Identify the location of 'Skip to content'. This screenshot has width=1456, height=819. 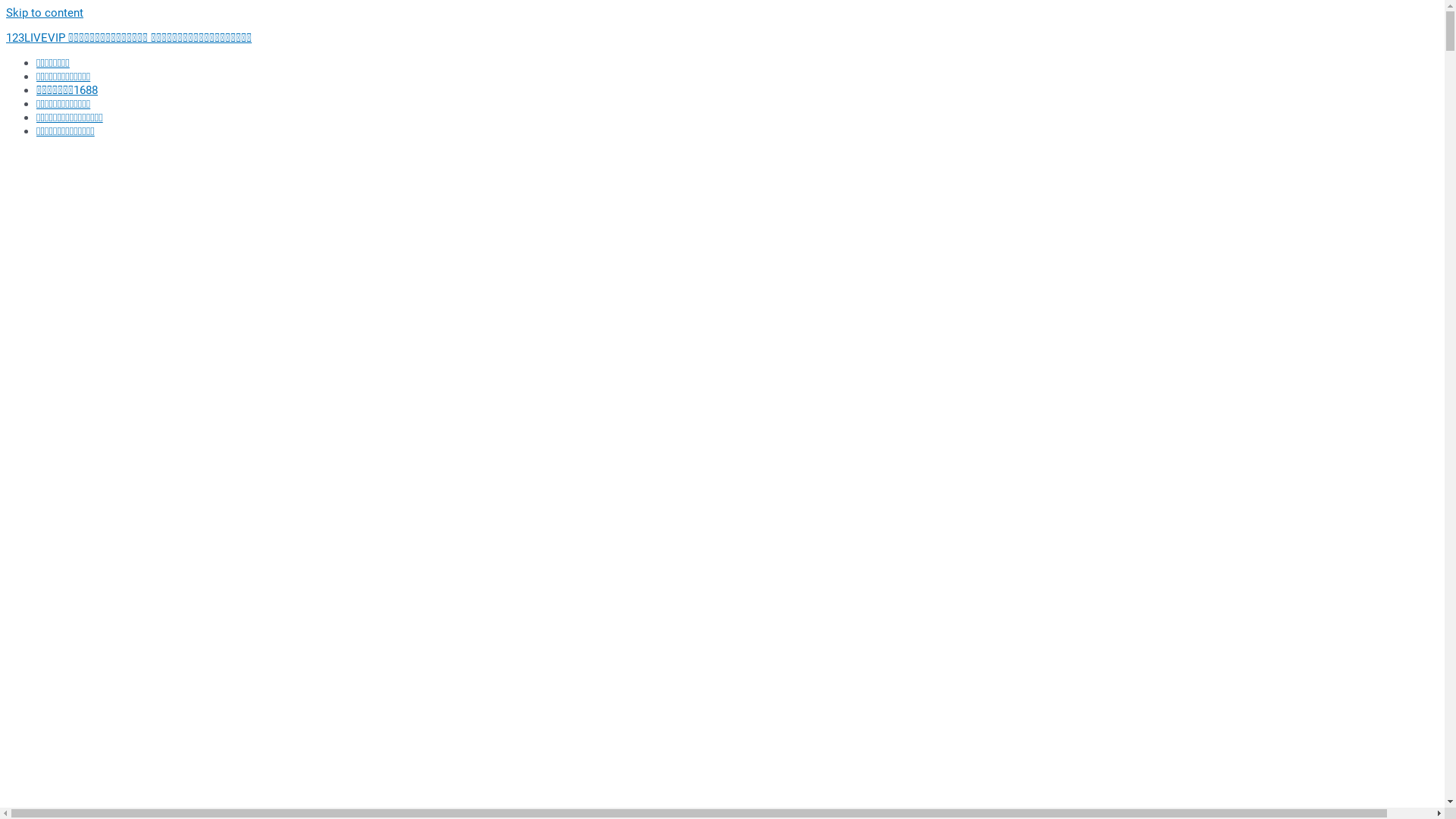
(6, 12).